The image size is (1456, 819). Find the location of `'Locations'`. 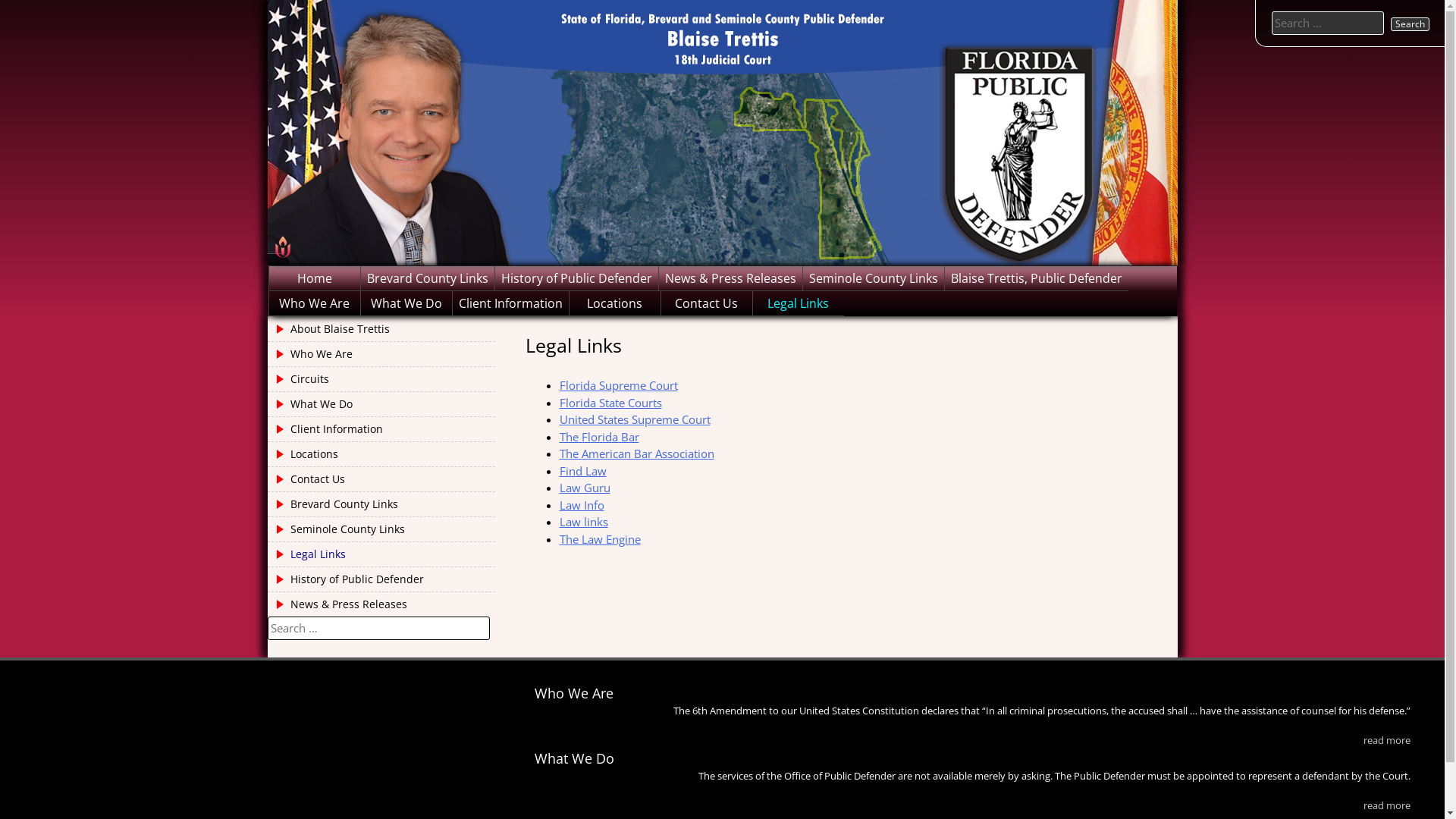

'Locations' is located at coordinates (381, 453).